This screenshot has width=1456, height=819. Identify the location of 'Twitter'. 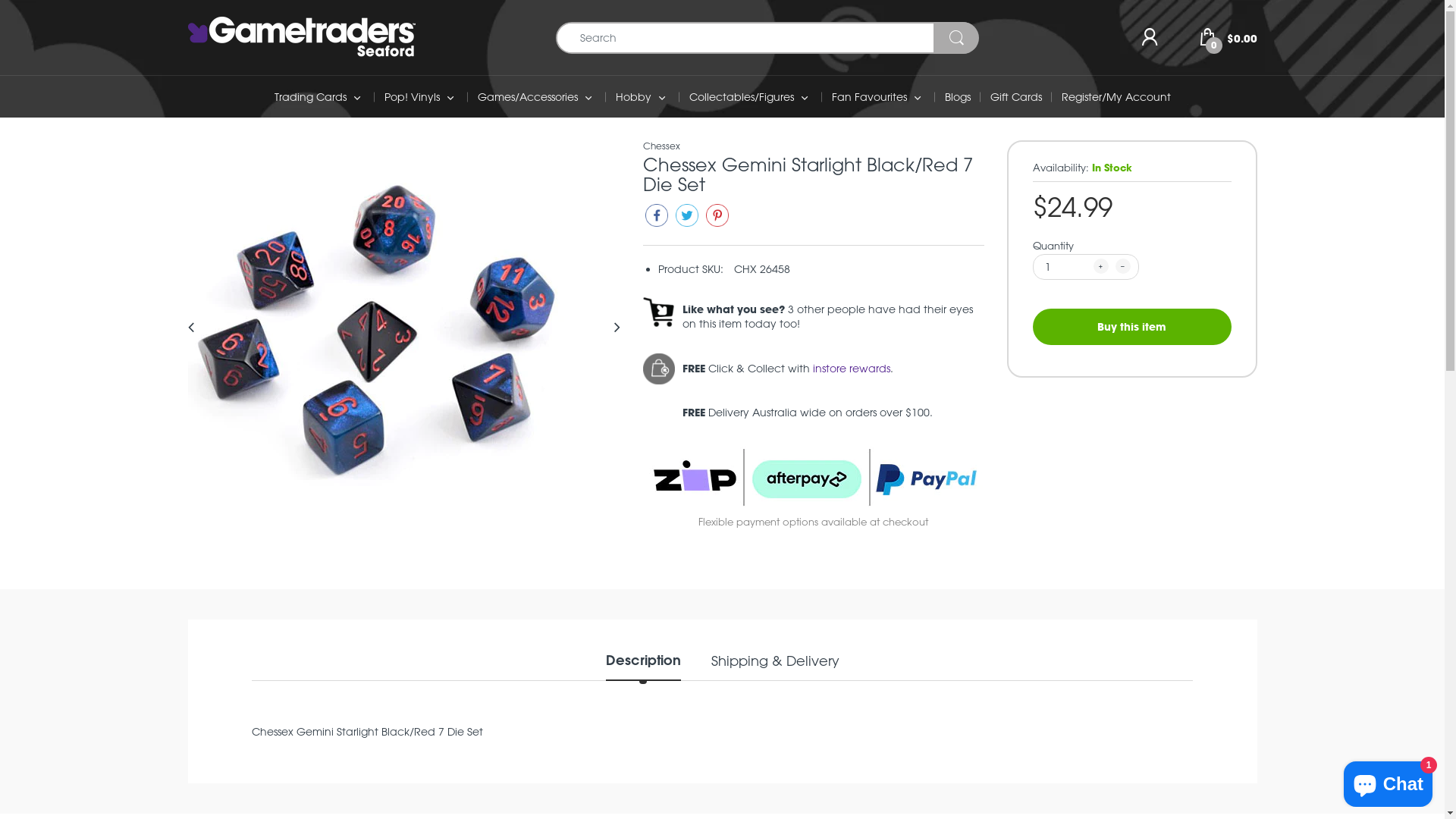
(686, 218).